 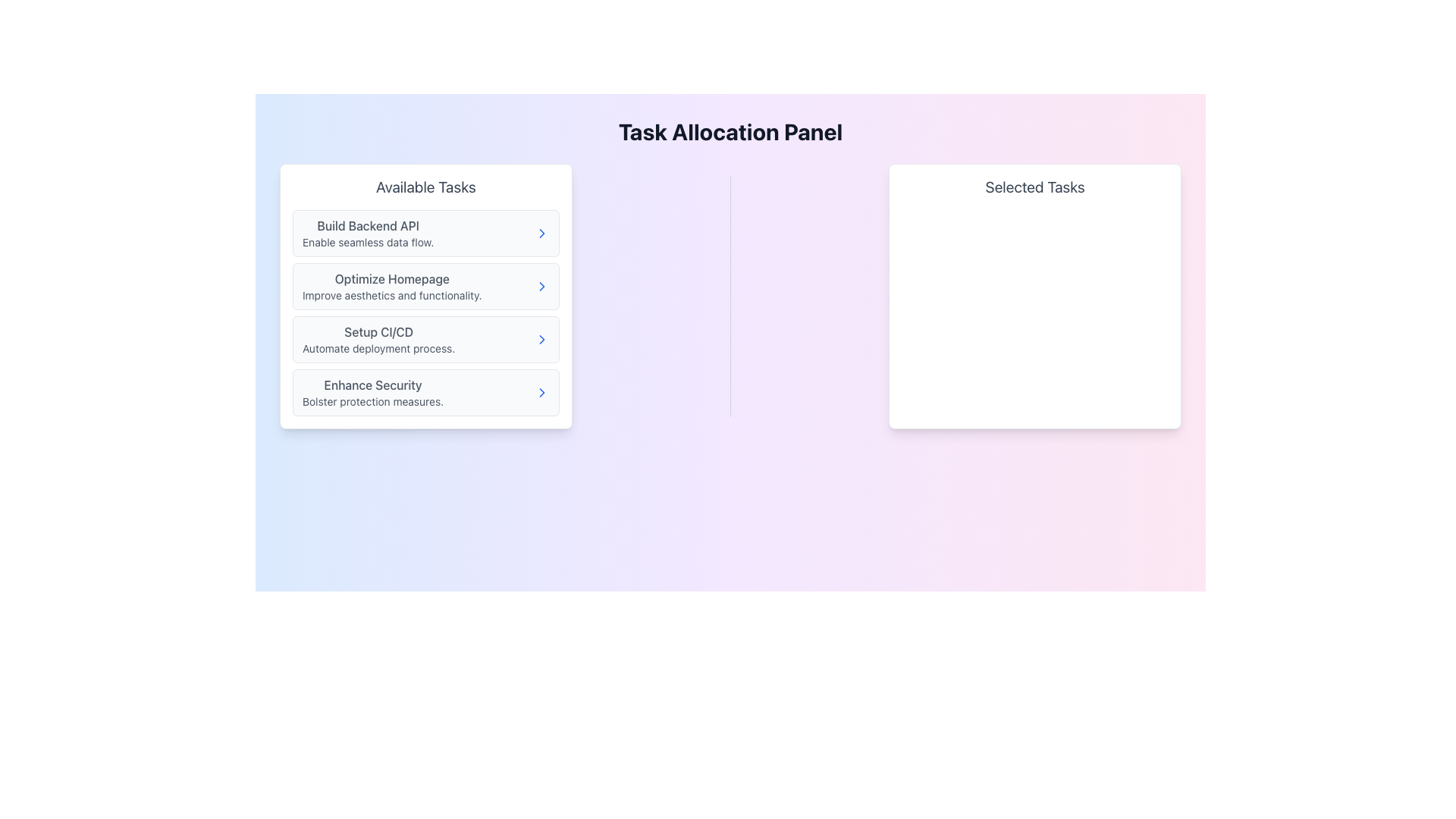 I want to click on the first header text in the 'Available Tasks' section that describes the task related to enhancing the homepage, so click(x=392, y=278).